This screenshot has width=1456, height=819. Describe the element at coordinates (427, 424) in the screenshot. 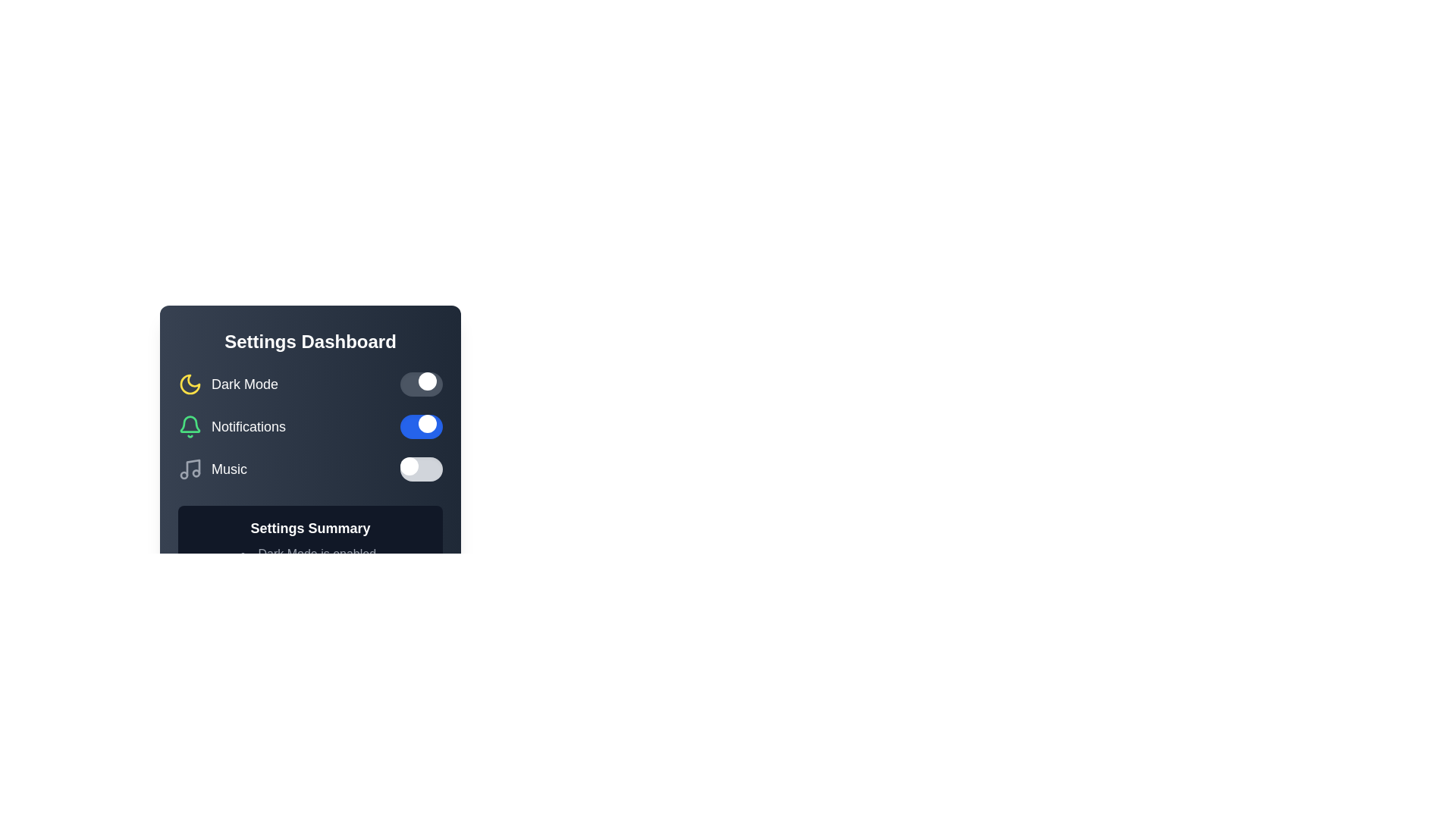

I see `the circular white toggle switch handle located at the right end of the 'Notifications' toggle in the 'Settings Dashboard'` at that location.